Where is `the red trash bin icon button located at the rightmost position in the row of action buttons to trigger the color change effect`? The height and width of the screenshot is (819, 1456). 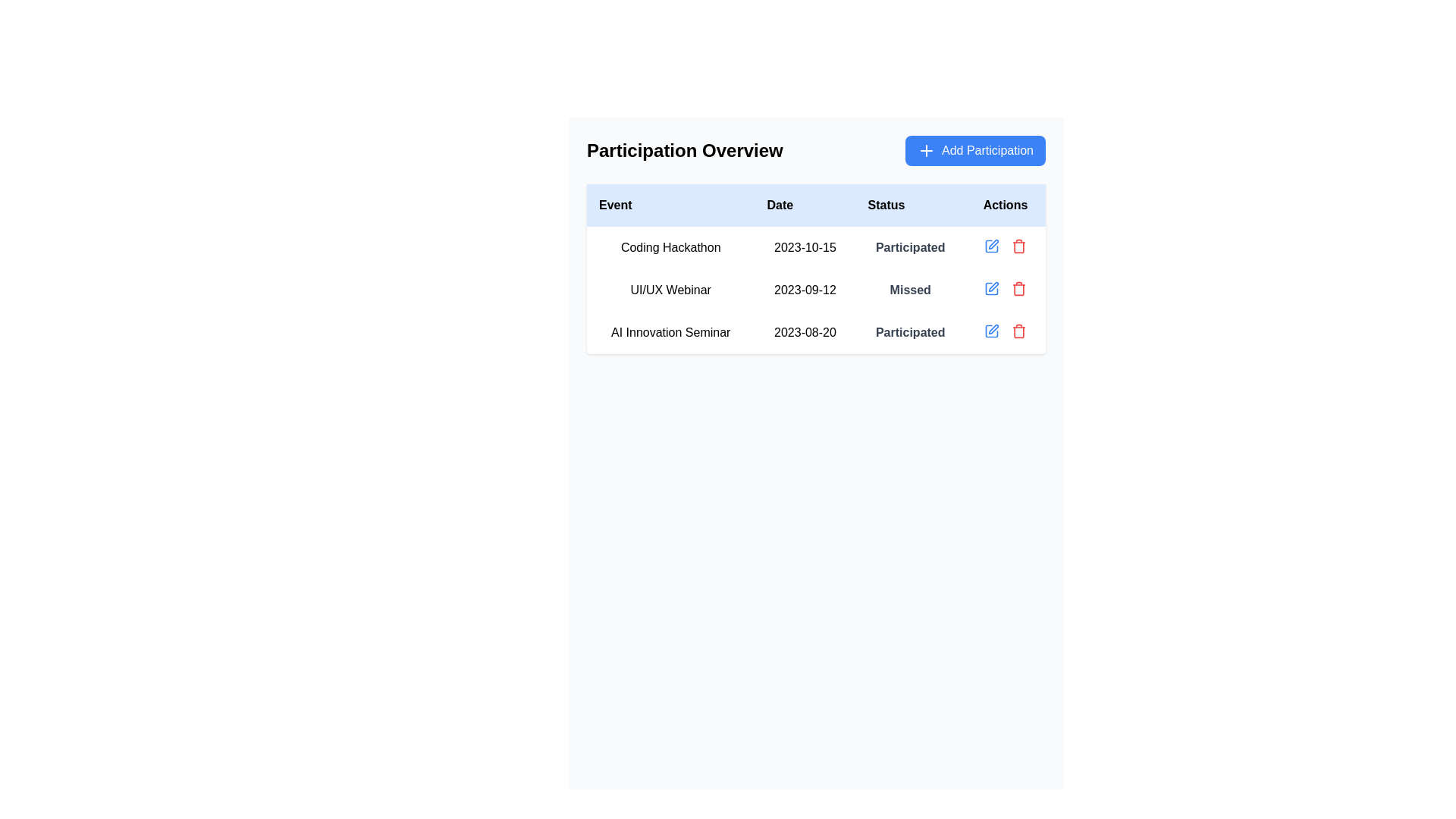 the red trash bin icon button located at the rightmost position in the row of action buttons to trigger the color change effect is located at coordinates (1019, 330).